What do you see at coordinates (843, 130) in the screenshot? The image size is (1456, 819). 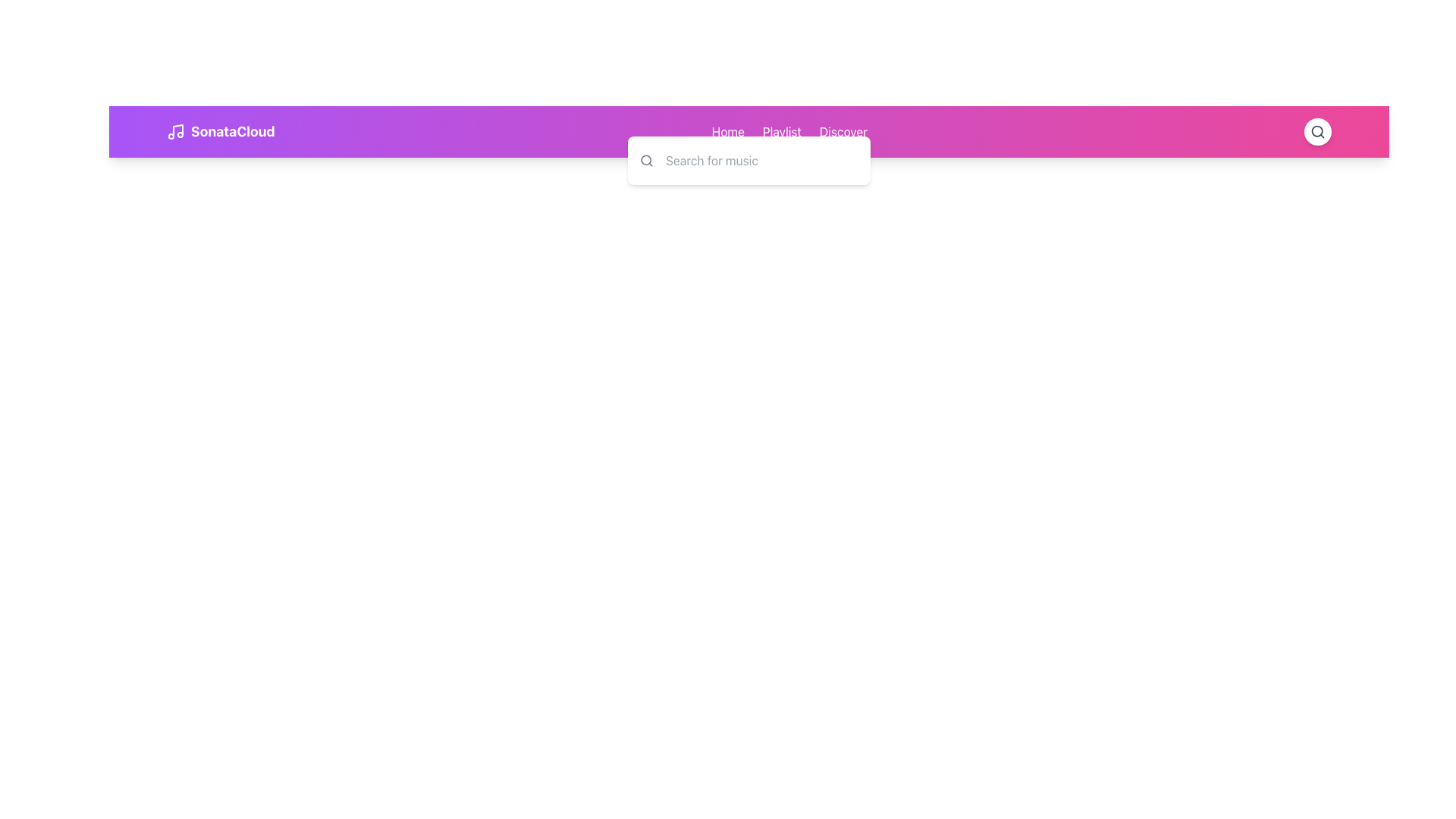 I see `the 'Discover' text label in the navigation bar` at bounding box center [843, 130].